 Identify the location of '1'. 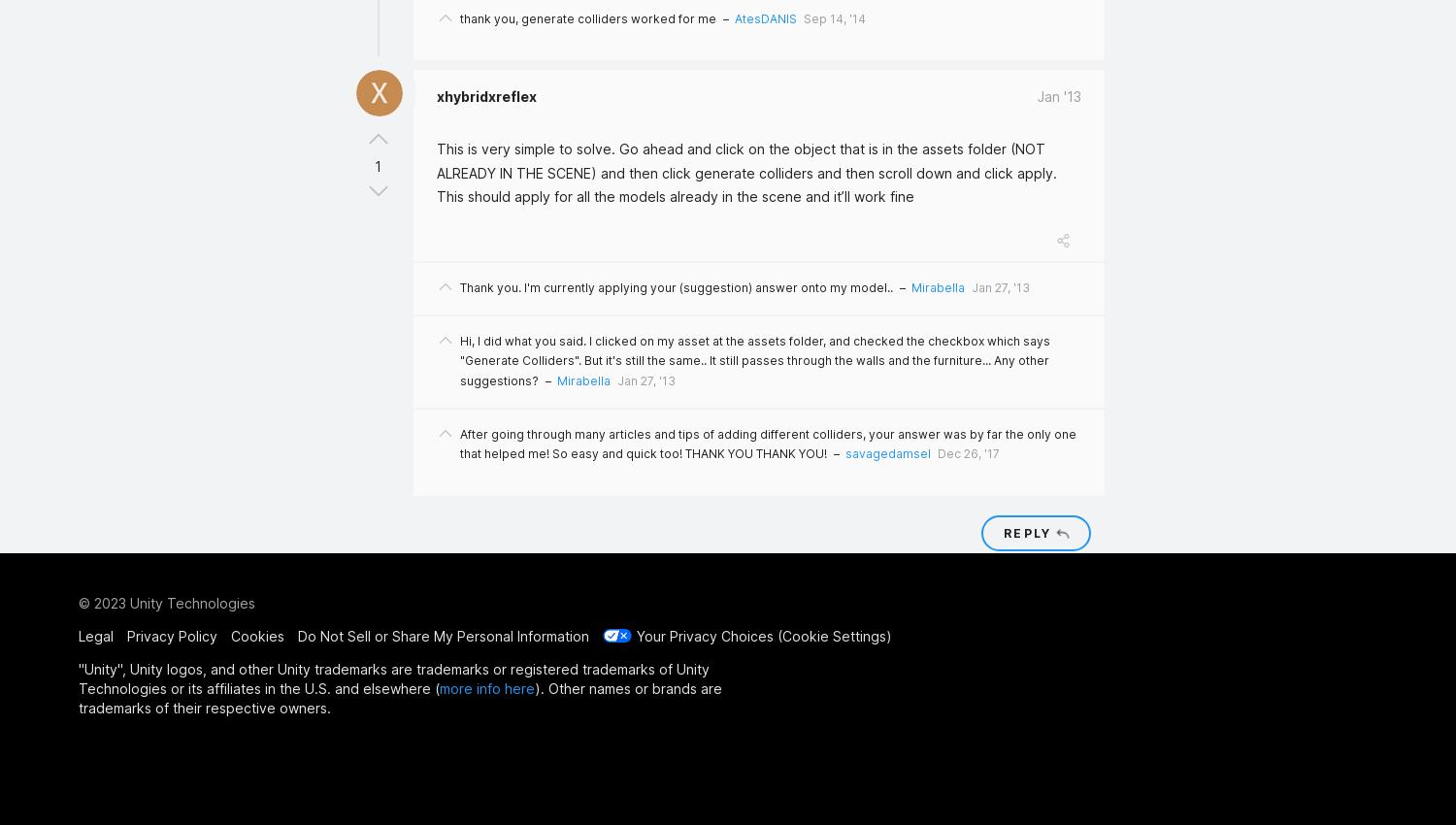
(374, 165).